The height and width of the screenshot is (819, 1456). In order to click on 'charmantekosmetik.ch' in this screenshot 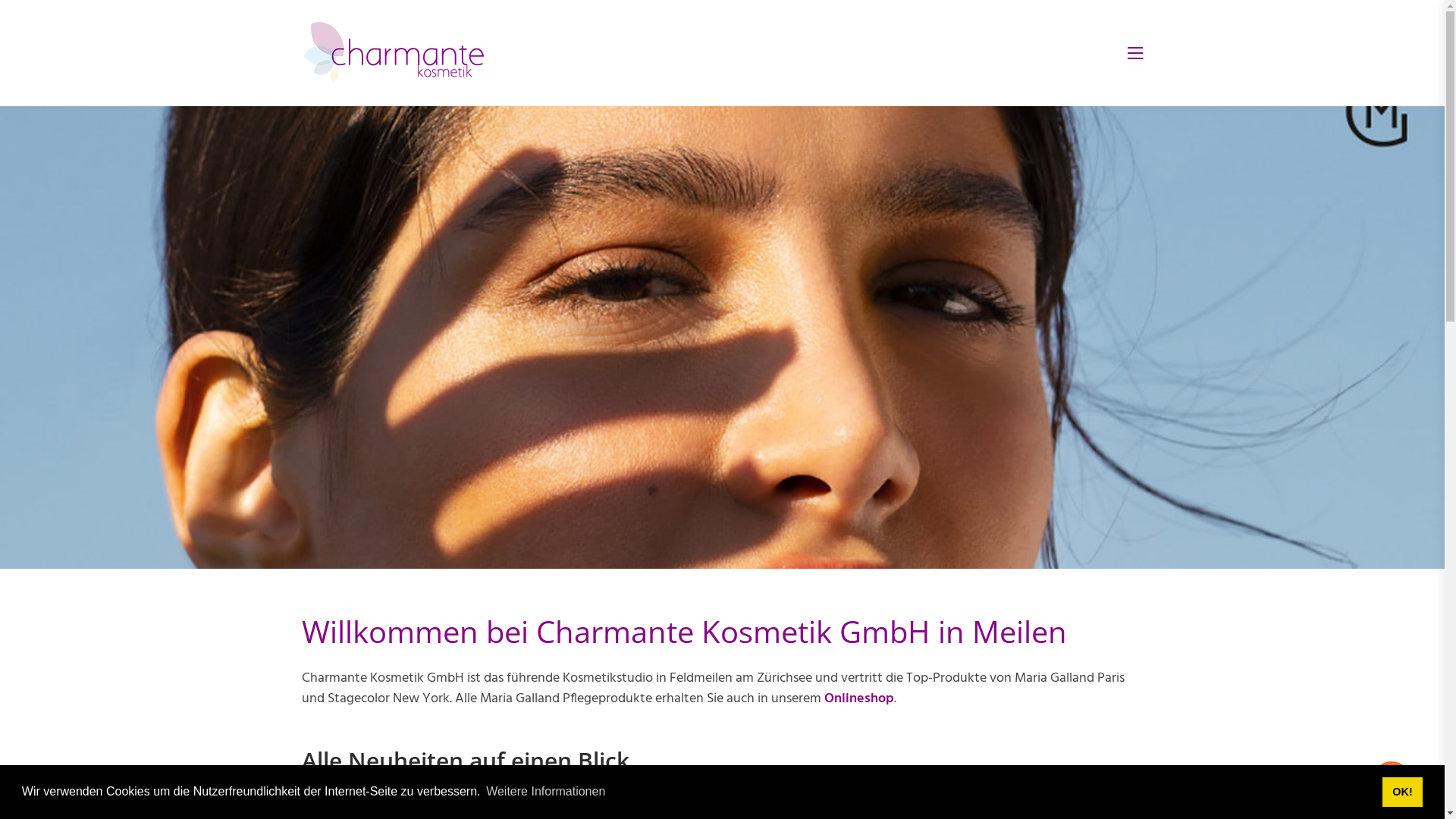, I will do `click(302, 52)`.